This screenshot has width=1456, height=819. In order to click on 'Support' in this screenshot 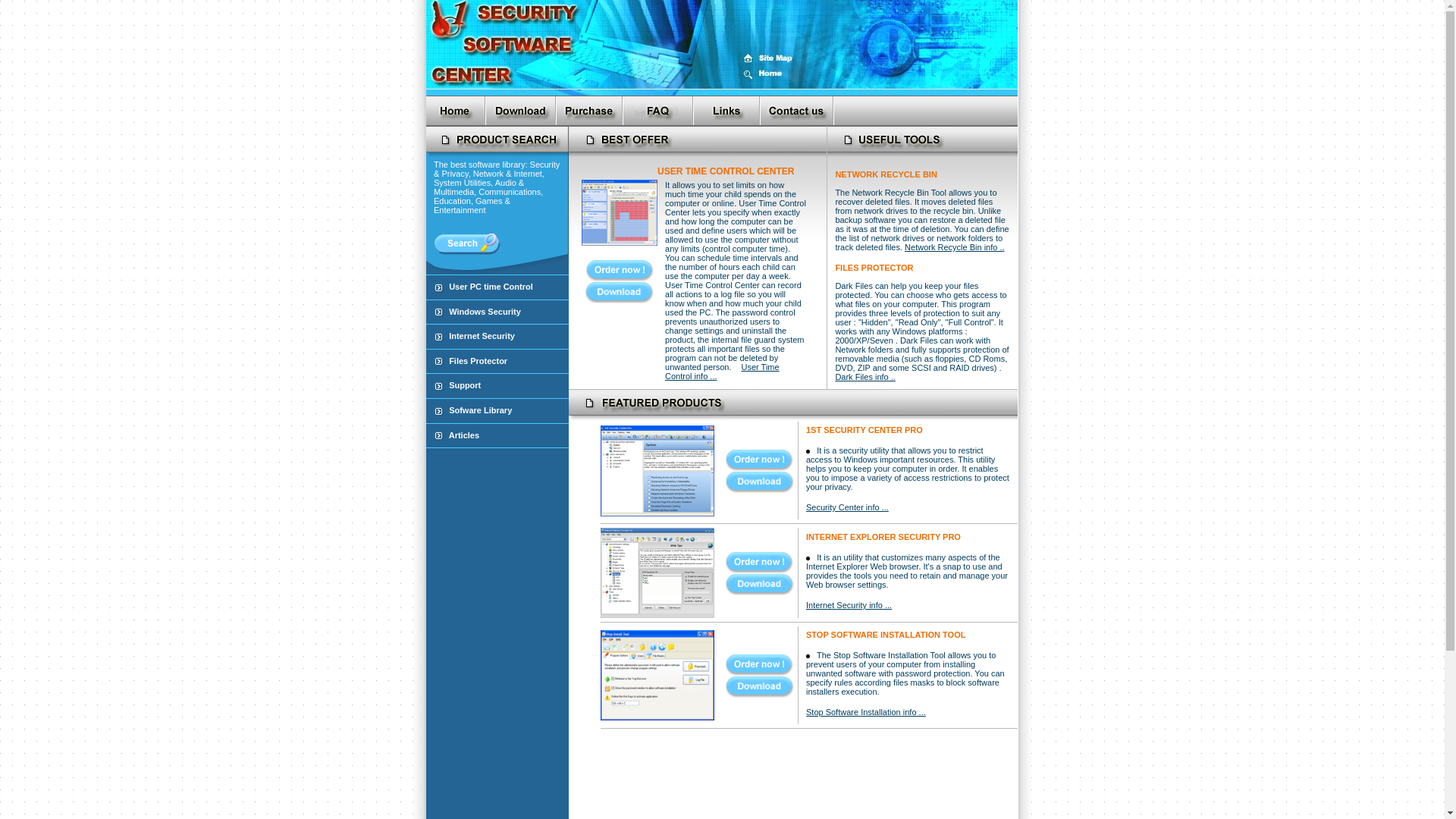, I will do `click(464, 384)`.